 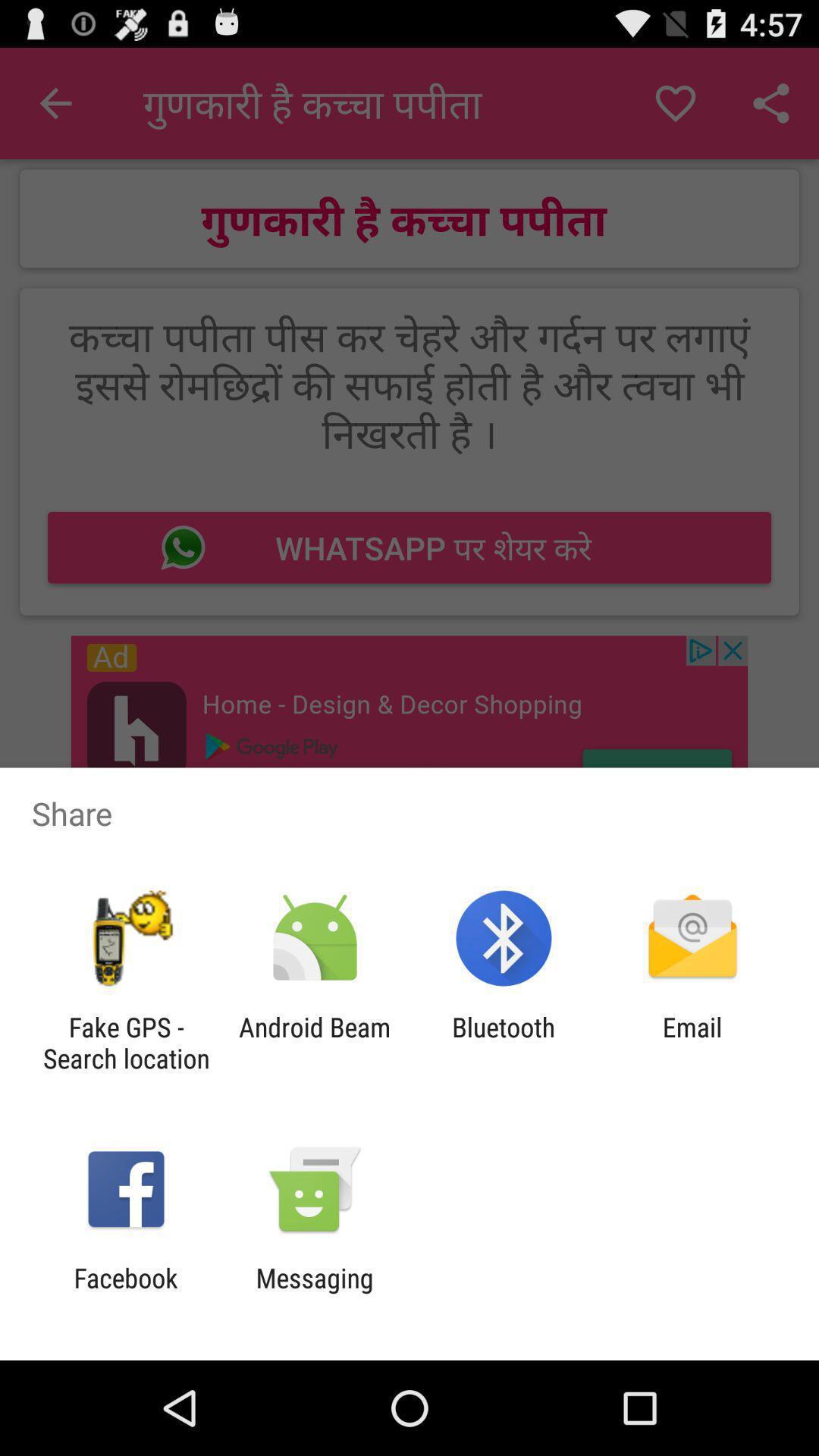 I want to click on fake gps search, so click(x=125, y=1042).